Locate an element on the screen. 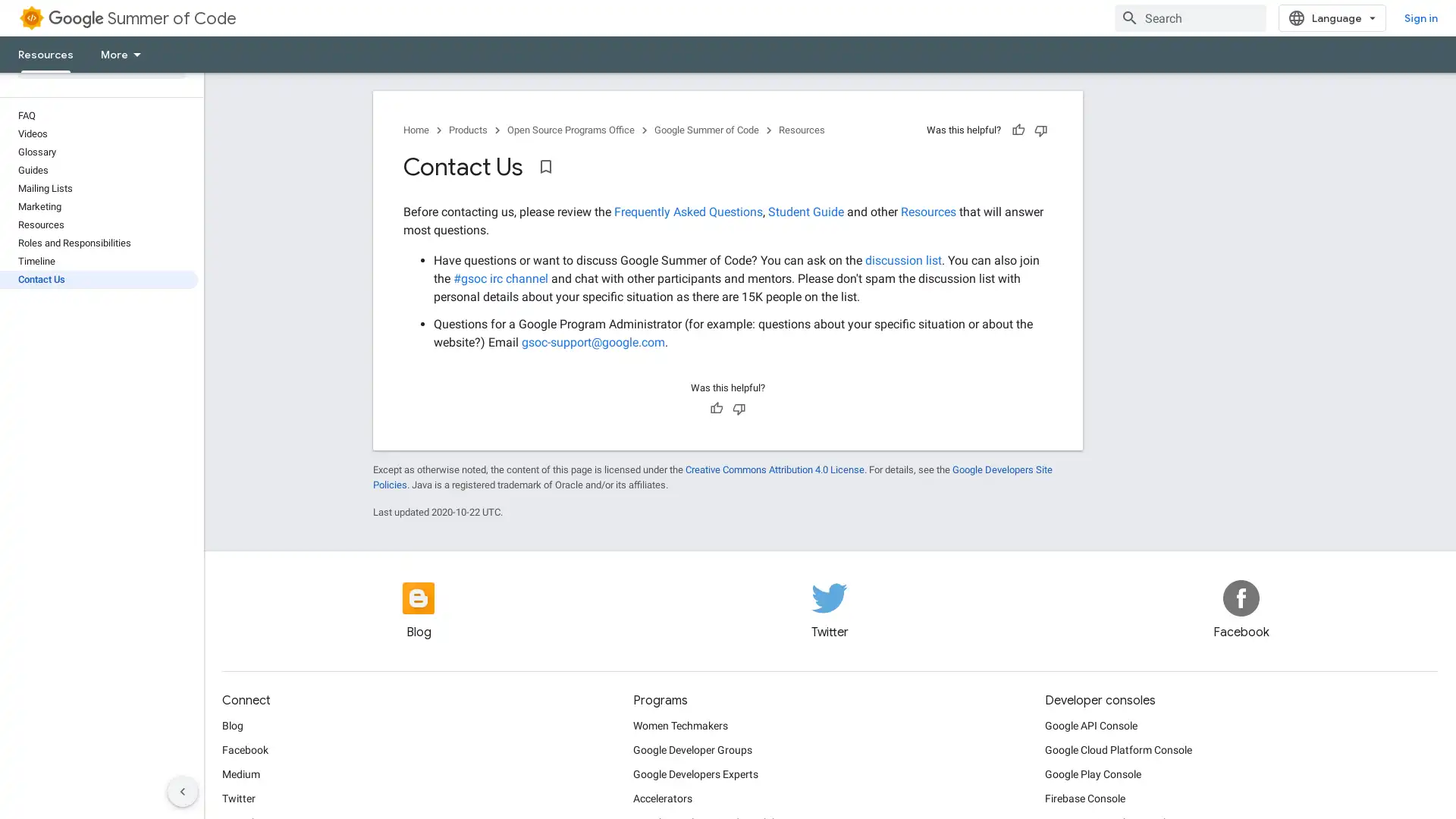  Not helpful is located at coordinates (1040, 130).